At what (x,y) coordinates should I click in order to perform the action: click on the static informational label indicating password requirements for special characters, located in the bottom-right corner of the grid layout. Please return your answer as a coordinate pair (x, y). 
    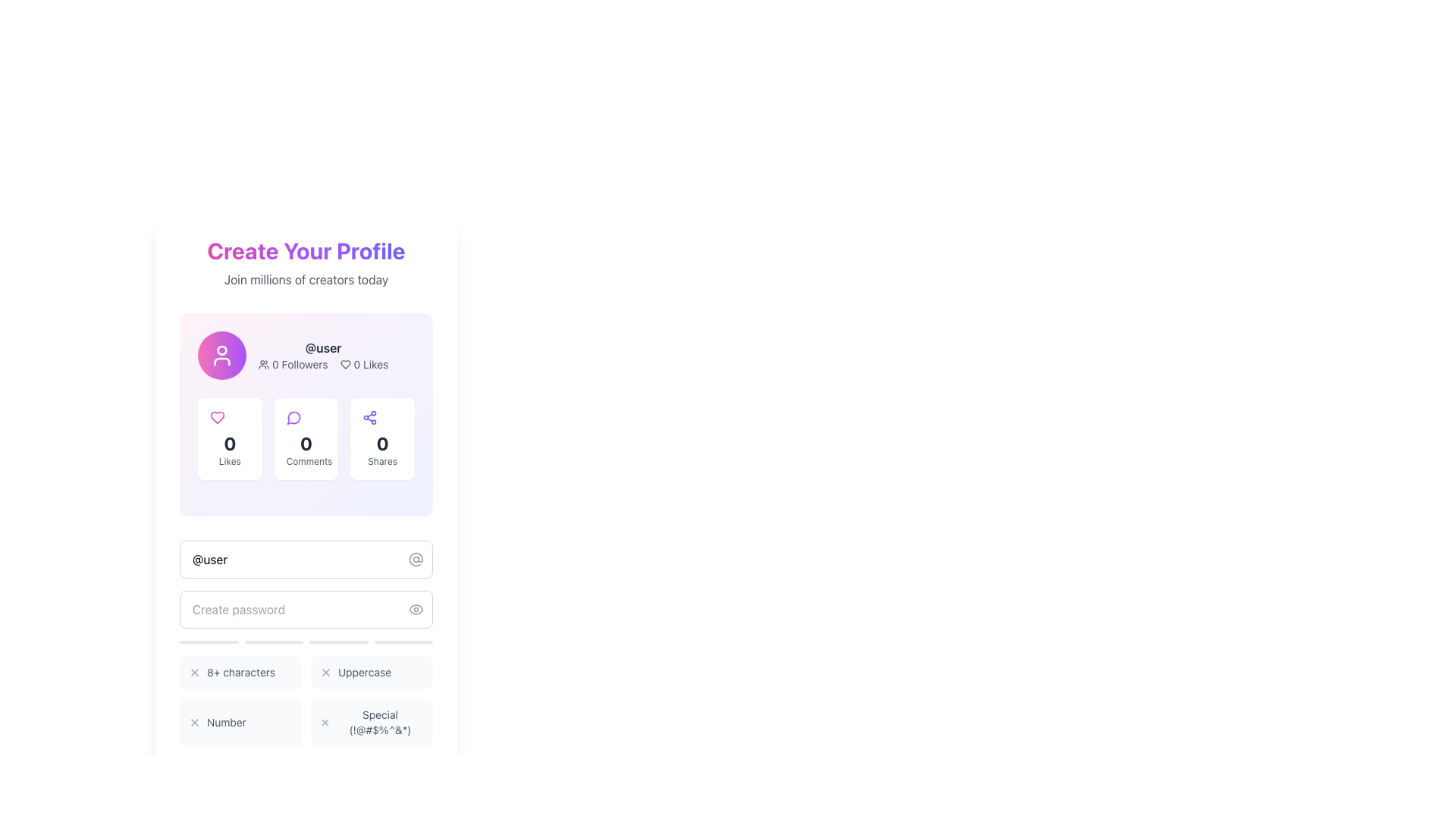
    Looking at the image, I should click on (372, 721).